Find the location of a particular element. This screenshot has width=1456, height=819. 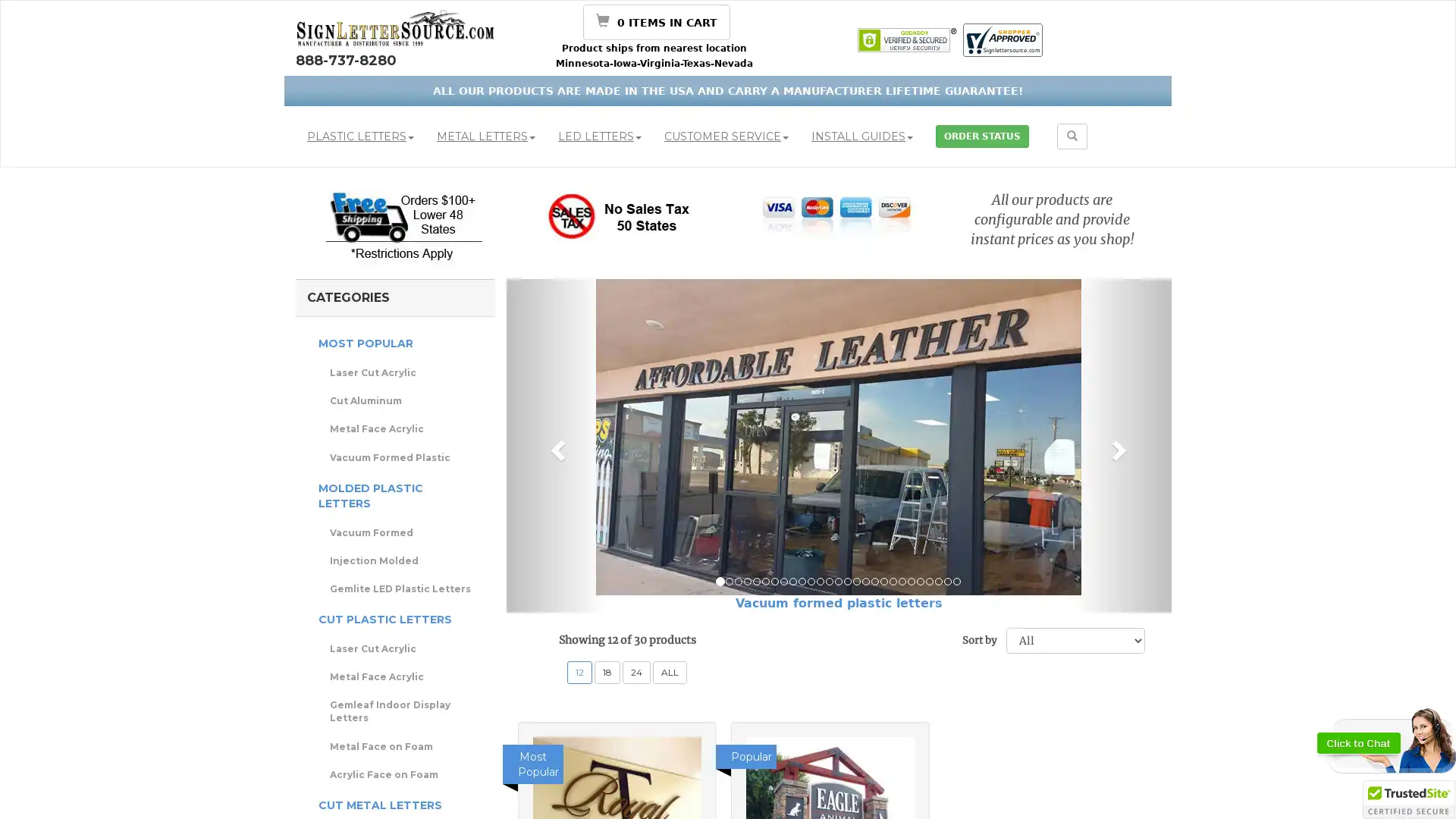

24 is located at coordinates (636, 672).